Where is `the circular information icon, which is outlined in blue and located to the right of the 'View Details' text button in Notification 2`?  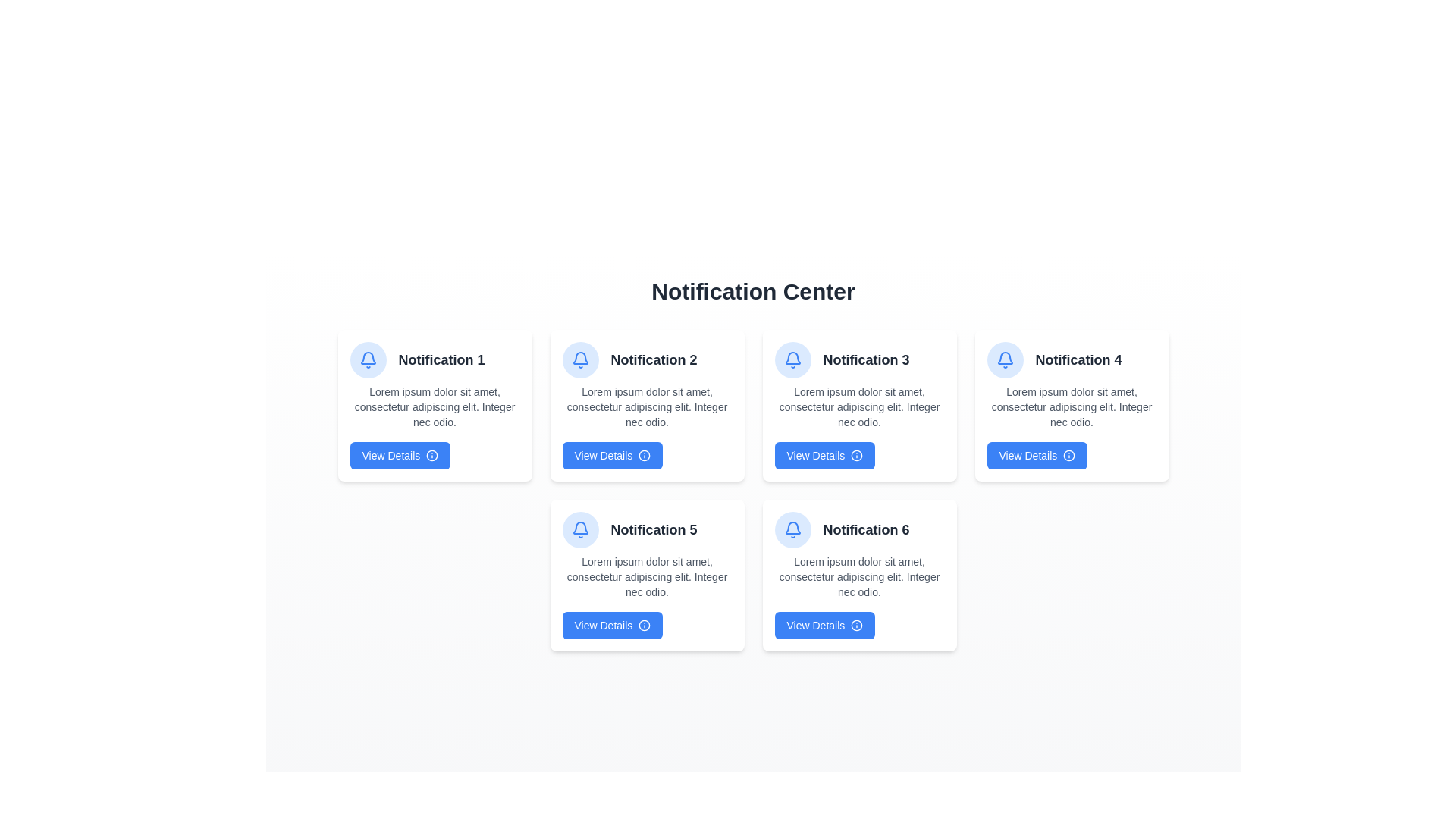 the circular information icon, which is outlined in blue and located to the right of the 'View Details' text button in Notification 2 is located at coordinates (645, 455).